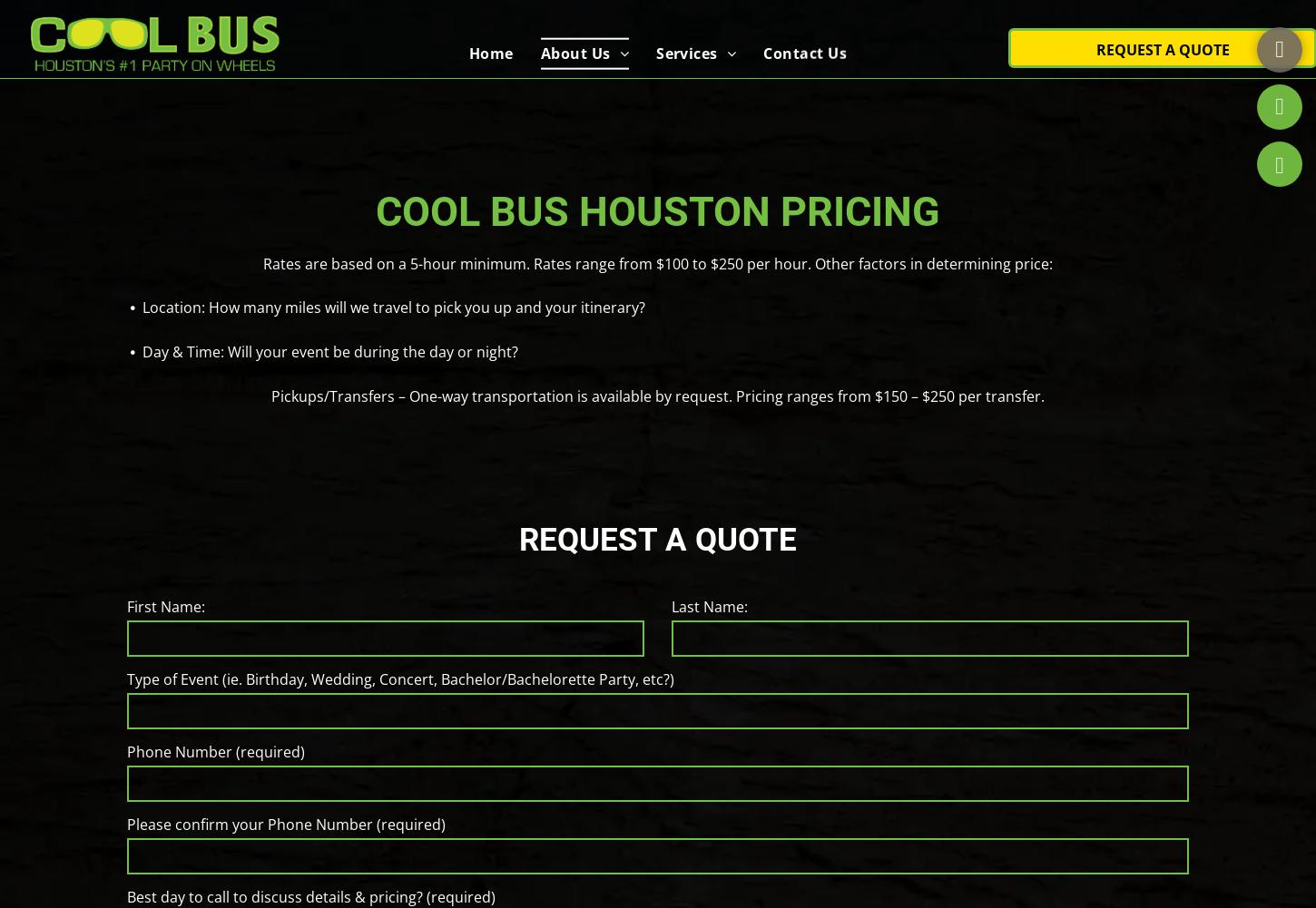 This screenshot has height=908, width=1316. I want to click on 'Graduations', so click(714, 464).